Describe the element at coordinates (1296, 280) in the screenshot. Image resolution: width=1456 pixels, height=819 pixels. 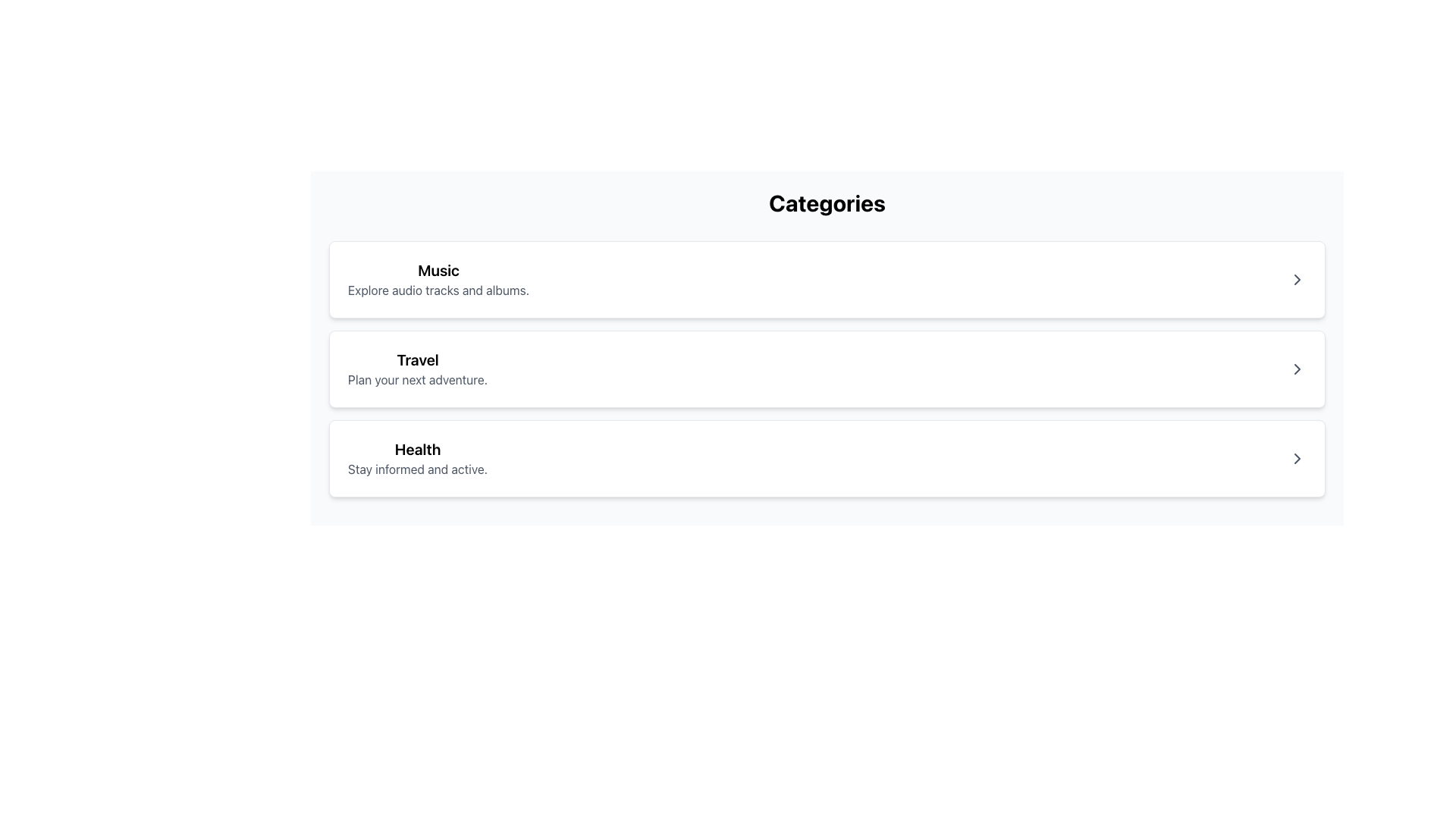
I see `the Chevron icon located on the right side of the 'Music' section` at that location.